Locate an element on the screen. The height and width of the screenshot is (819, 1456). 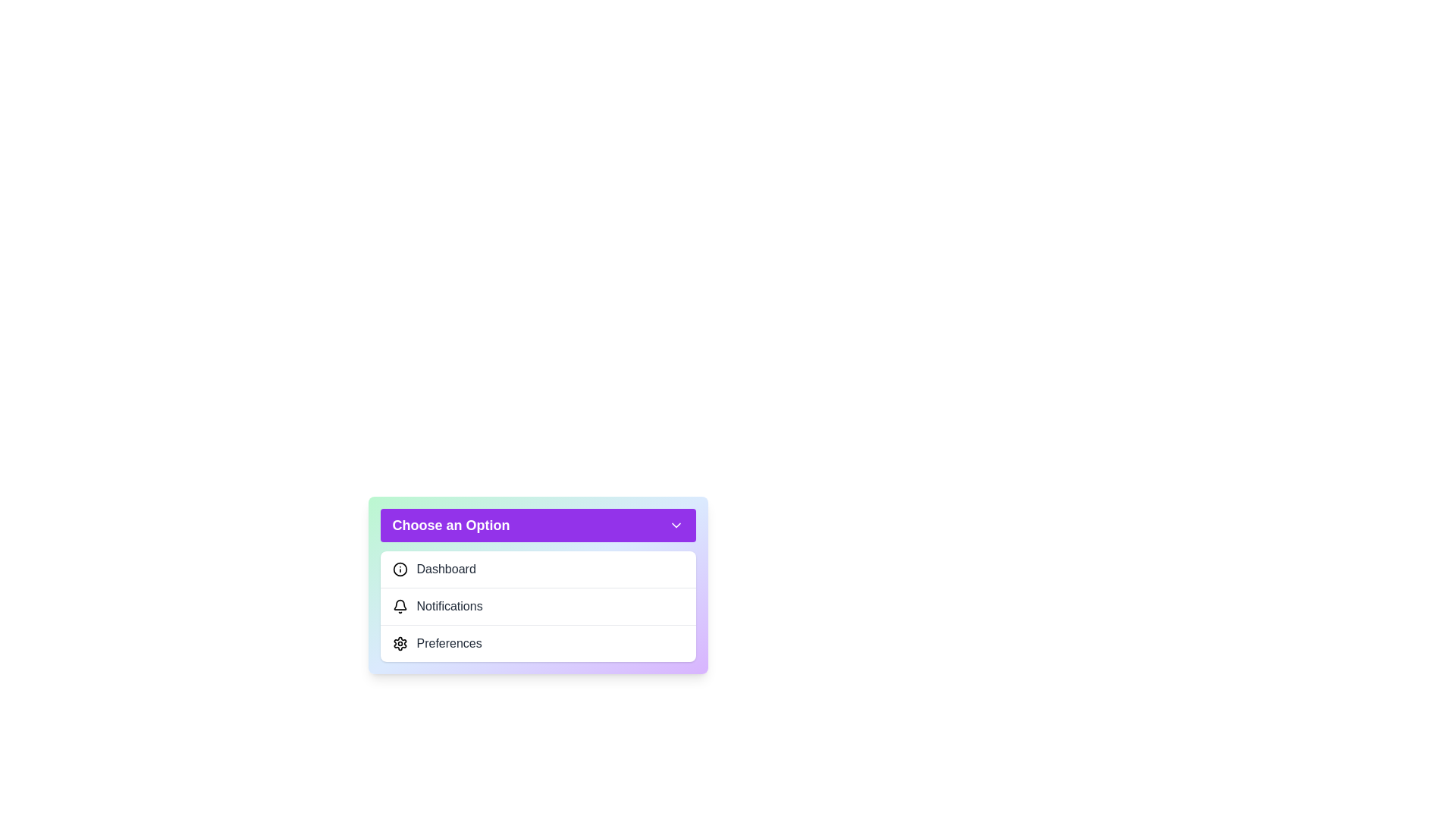
the option Preferences from the dropdown menu is located at coordinates (538, 643).